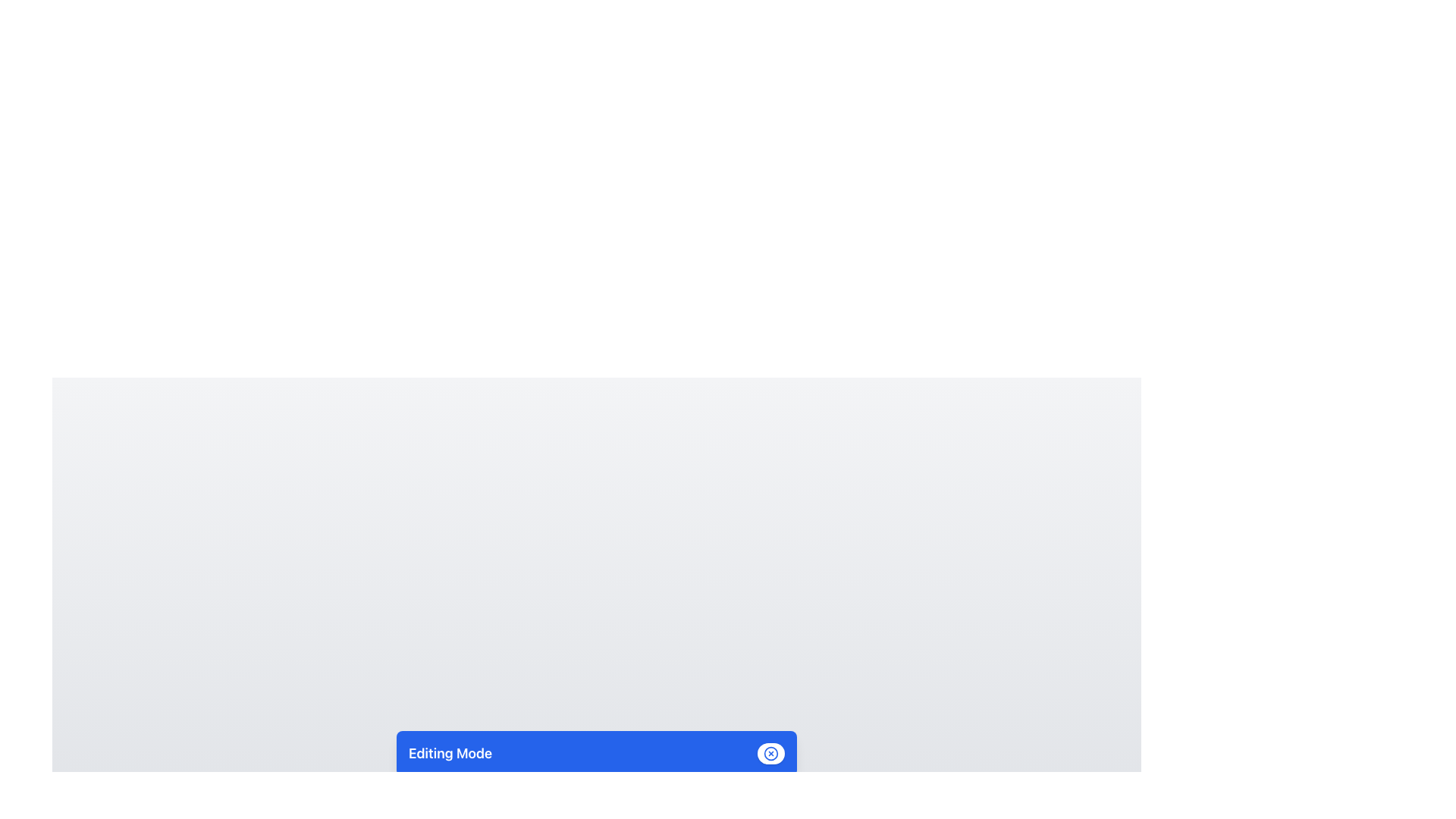 This screenshot has height=819, width=1456. I want to click on the circular icon with a visible cross in the center, located on the far right of the rectangular blue button labeled 'Editing Mode', so click(771, 754).